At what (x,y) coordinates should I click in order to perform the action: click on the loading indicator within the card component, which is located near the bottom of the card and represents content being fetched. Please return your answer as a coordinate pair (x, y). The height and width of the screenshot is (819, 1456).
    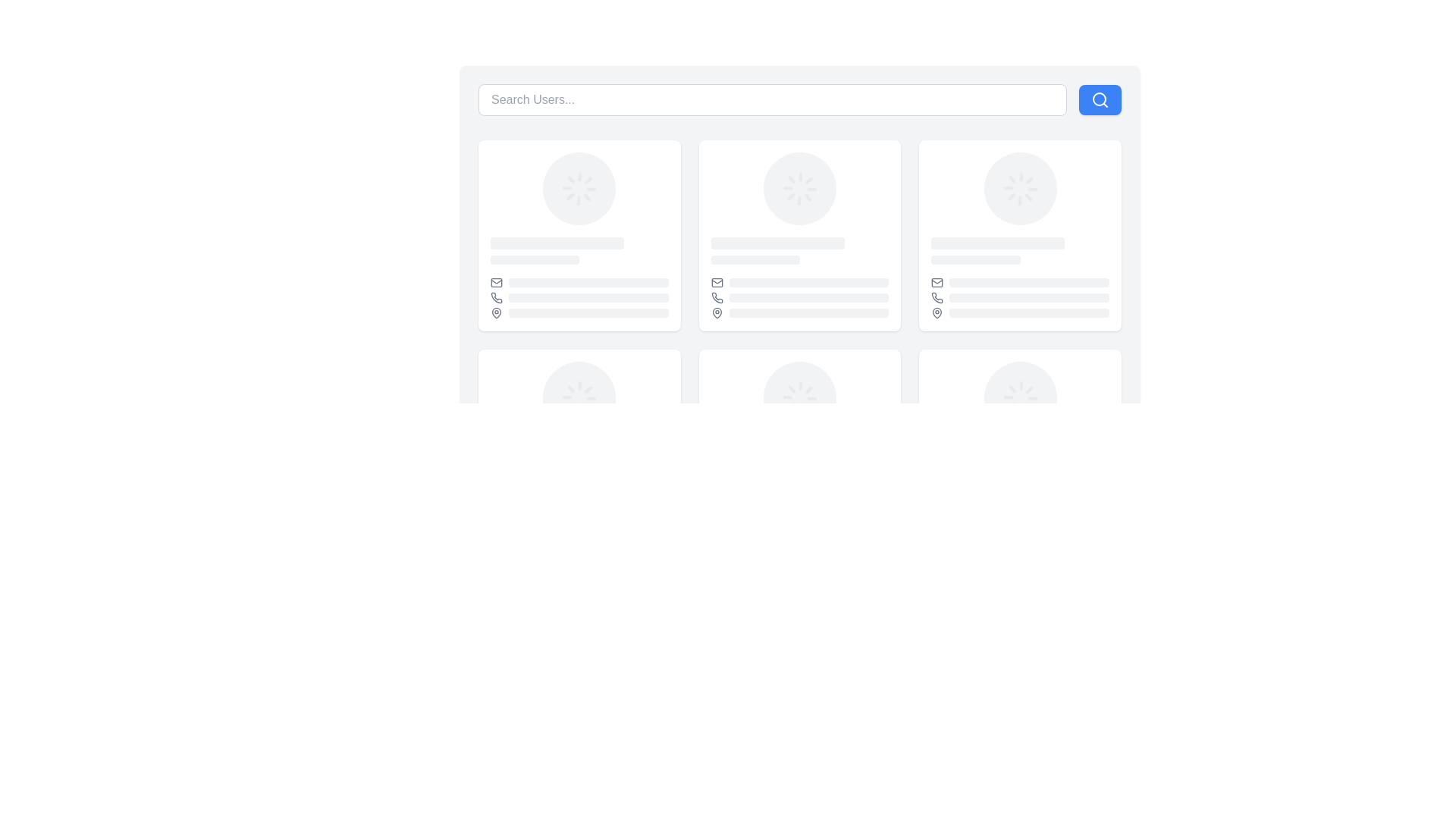
    Looking at the image, I should click on (799, 459).